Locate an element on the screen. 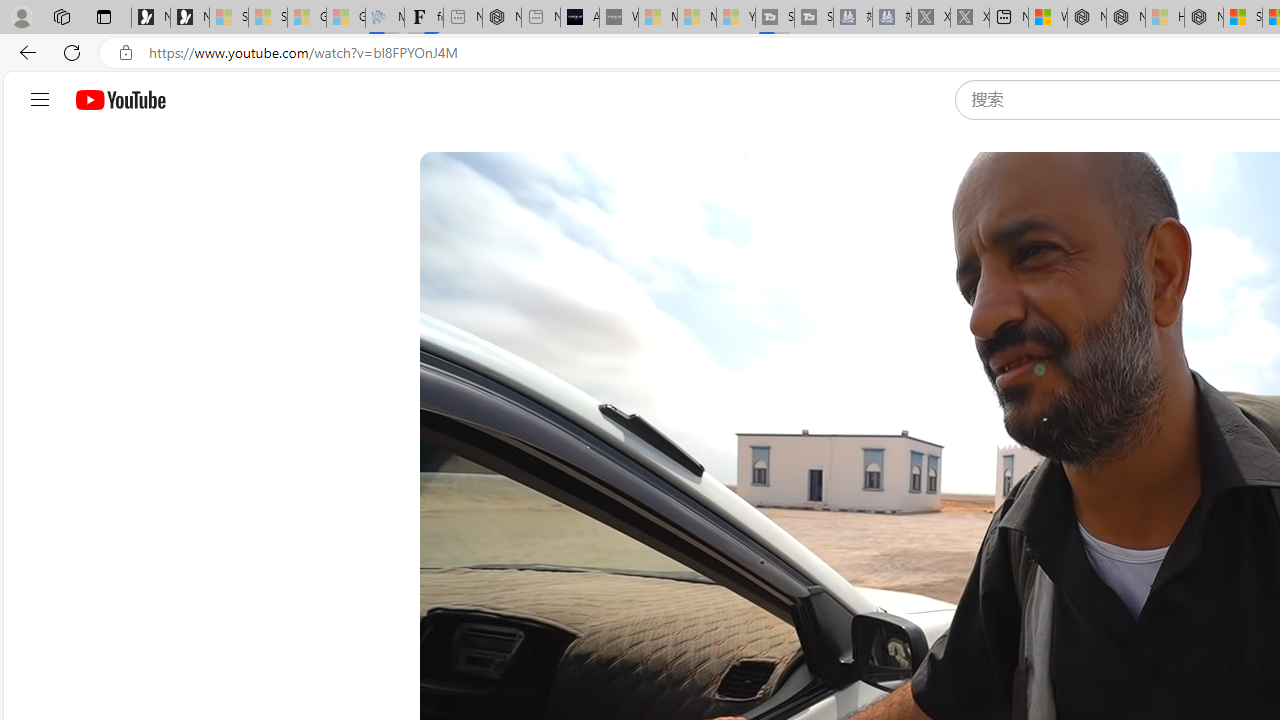  'Newsletter Sign Up' is located at coordinates (190, 17).